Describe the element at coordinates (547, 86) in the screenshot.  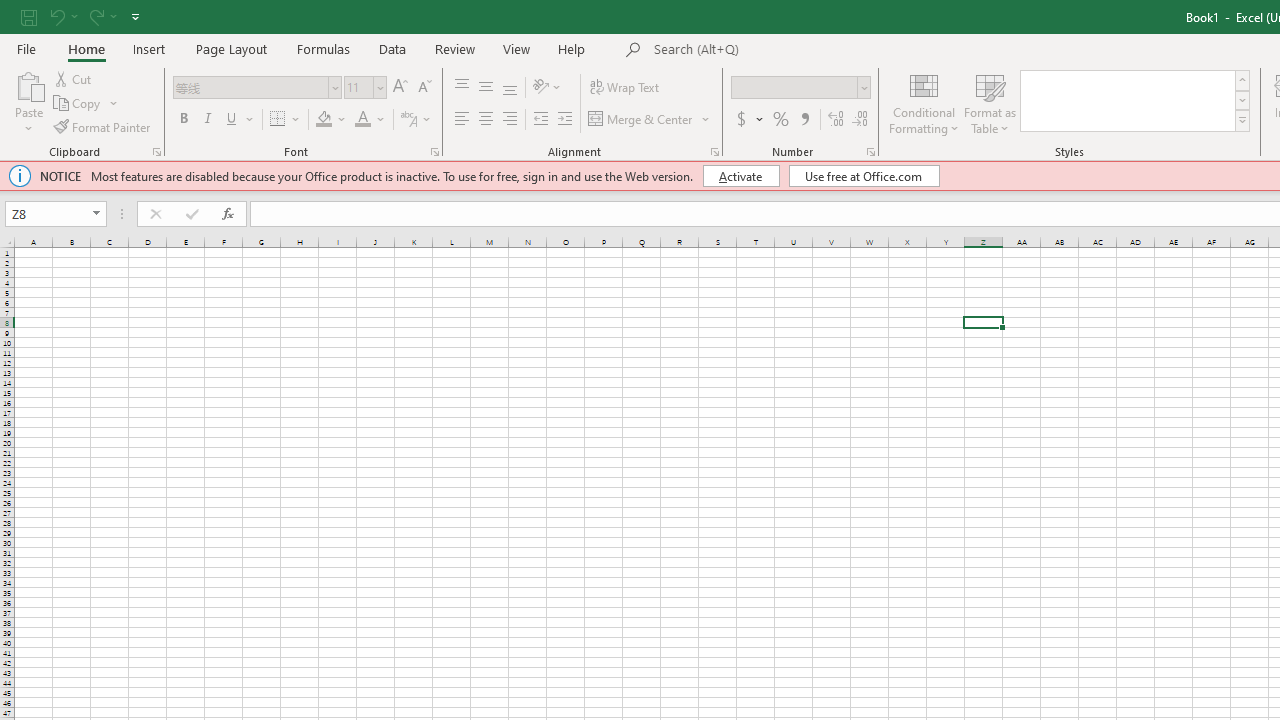
I see `'Orientation'` at that location.